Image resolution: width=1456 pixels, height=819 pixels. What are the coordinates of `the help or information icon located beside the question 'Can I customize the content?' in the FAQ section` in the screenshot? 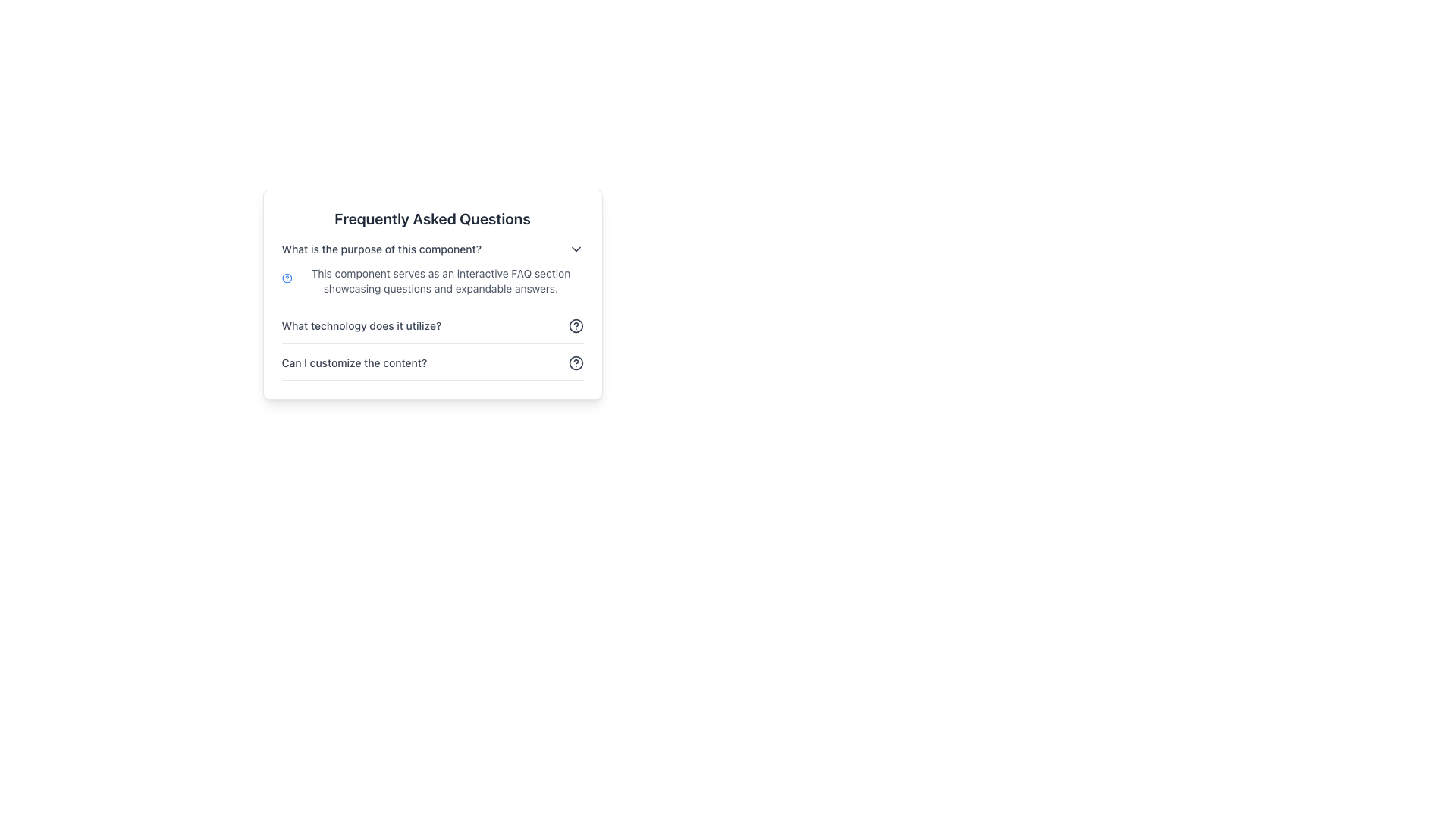 It's located at (575, 362).